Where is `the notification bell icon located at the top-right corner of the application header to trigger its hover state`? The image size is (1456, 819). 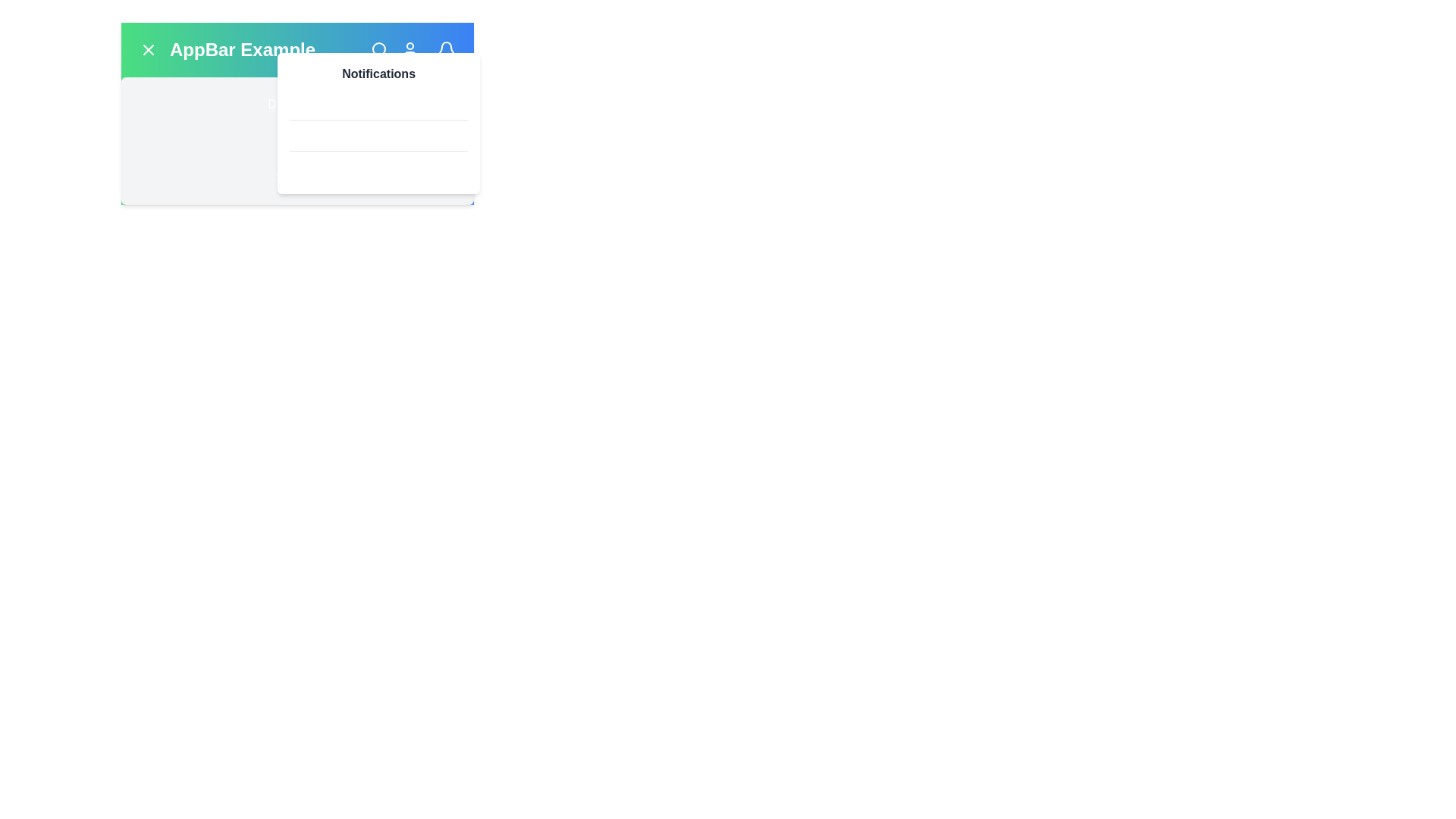
the notification bell icon located at the top-right corner of the application header to trigger its hover state is located at coordinates (446, 49).